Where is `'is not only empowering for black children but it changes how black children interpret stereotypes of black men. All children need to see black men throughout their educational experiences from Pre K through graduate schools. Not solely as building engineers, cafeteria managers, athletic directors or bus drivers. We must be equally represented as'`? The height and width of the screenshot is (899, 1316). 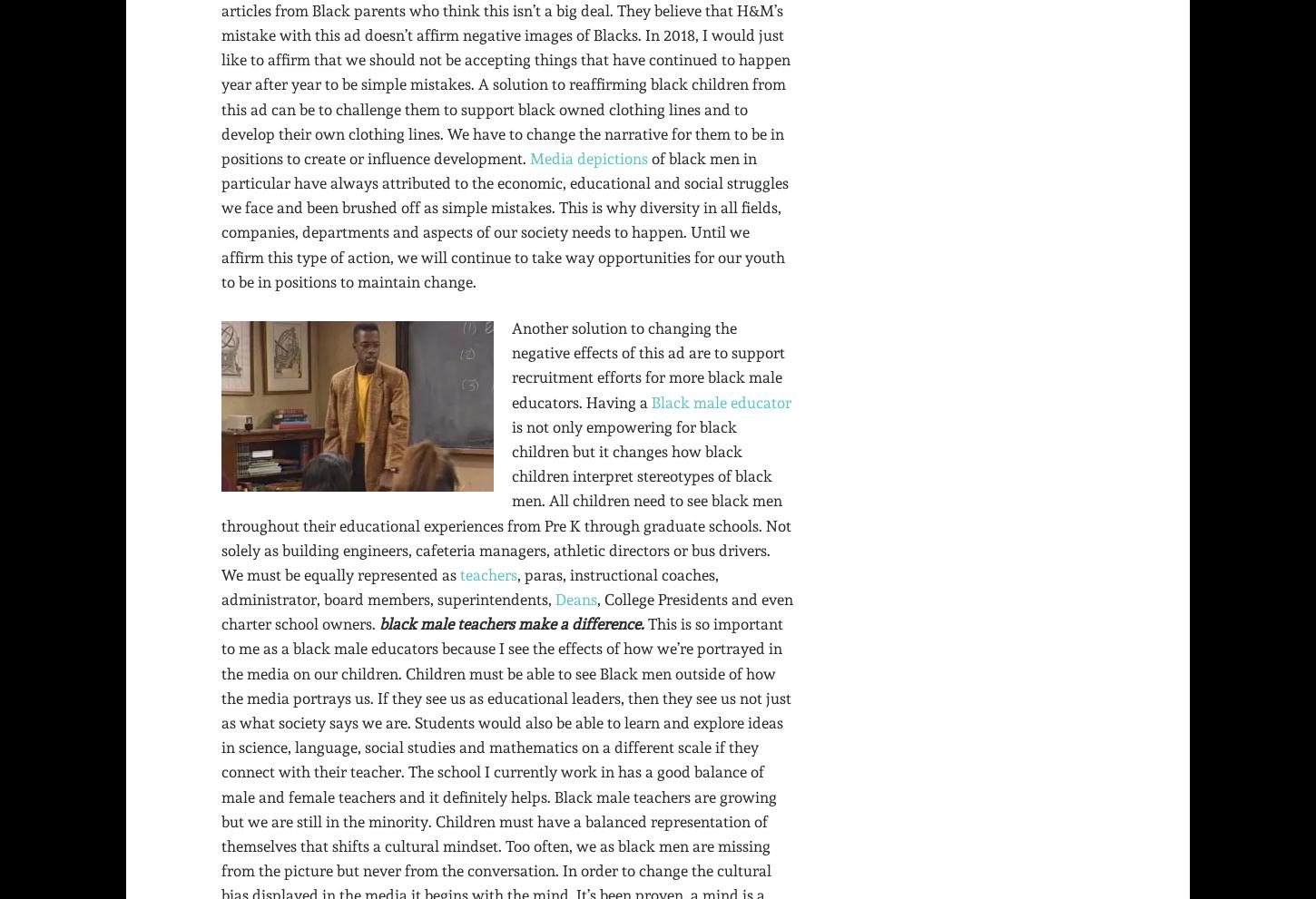 'is not only empowering for black children but it changes how black children interpret stereotypes of black men. All children need to see black men throughout their educational experiences from Pre K through graduate schools. Not solely as building engineers, cafeteria managers, athletic directors or bus drivers. We must be equally represented as' is located at coordinates (506, 499).